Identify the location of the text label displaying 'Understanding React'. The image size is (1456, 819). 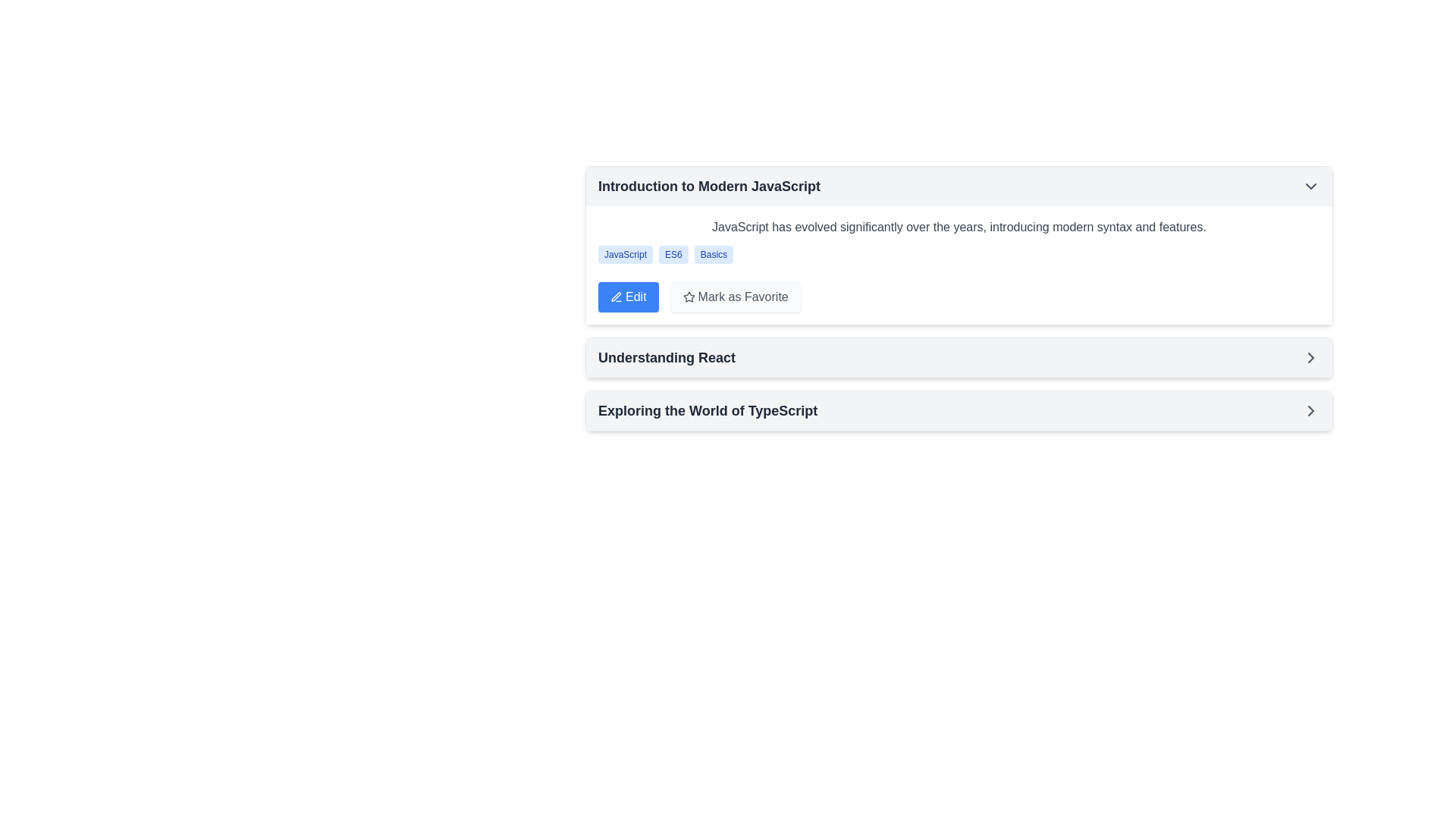
(667, 357).